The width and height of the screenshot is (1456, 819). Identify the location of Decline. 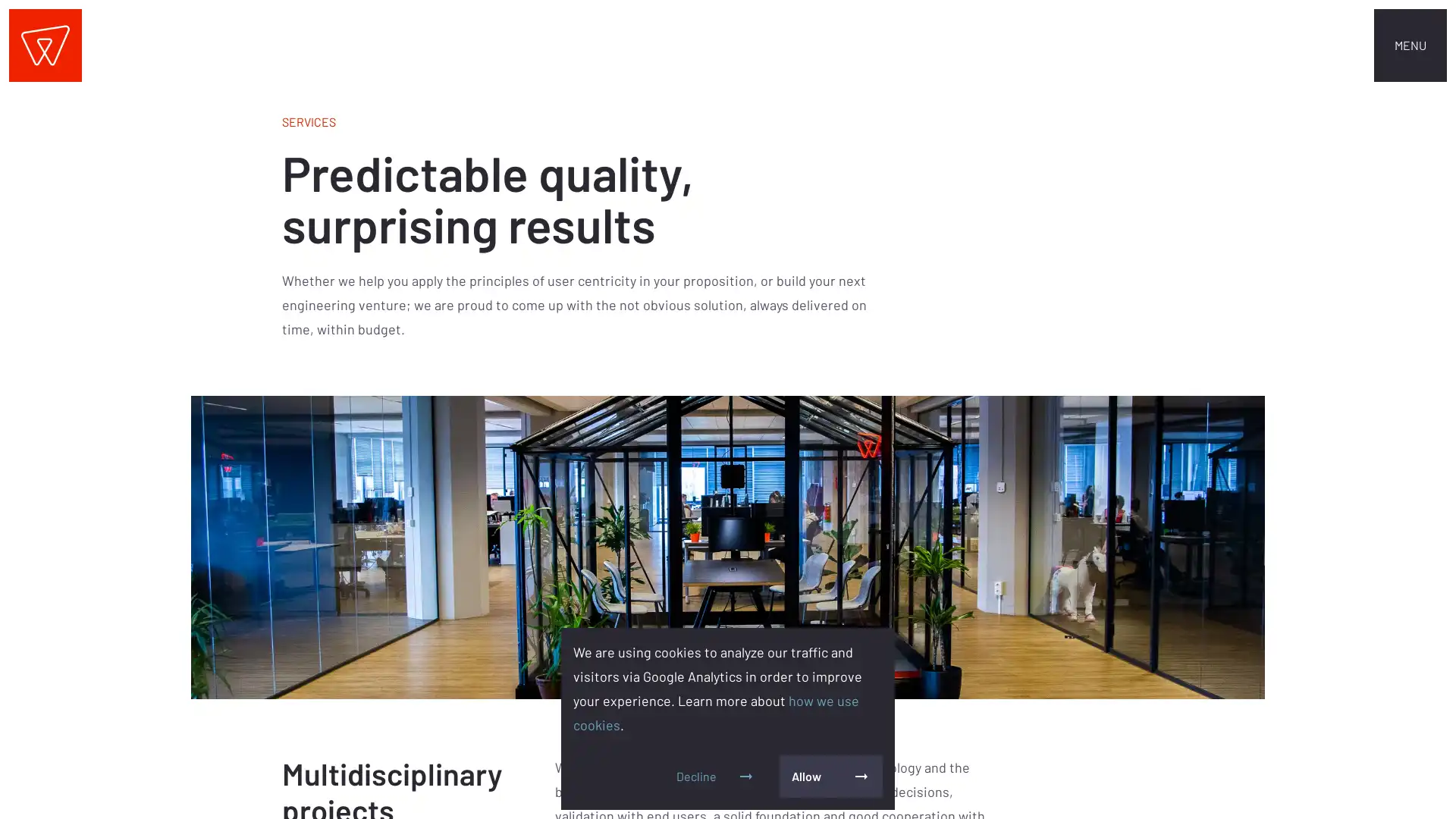
(715, 776).